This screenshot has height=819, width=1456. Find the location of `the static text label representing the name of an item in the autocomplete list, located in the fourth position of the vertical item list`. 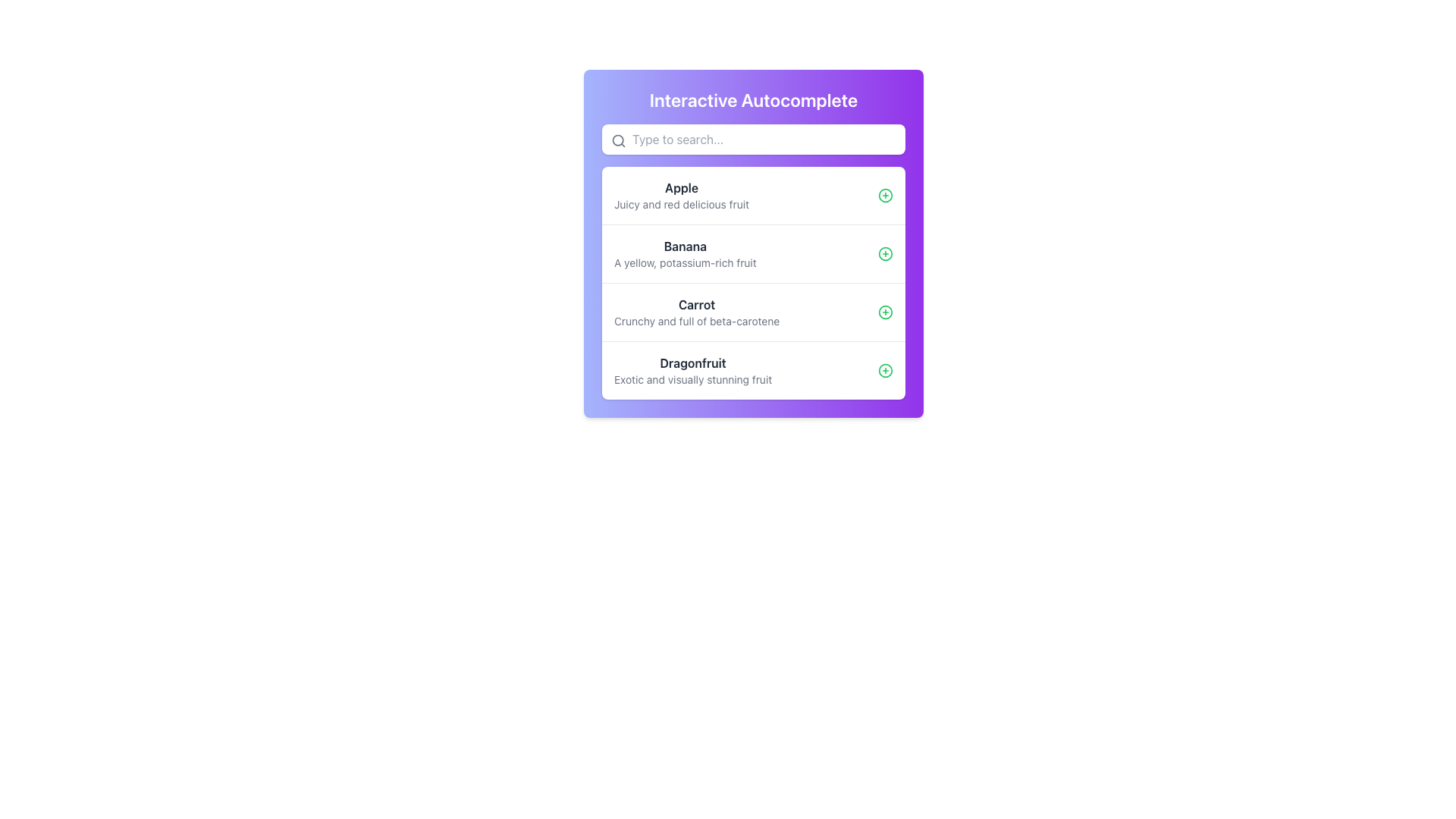

the static text label representing the name of an item in the autocomplete list, located in the fourth position of the vertical item list is located at coordinates (692, 362).